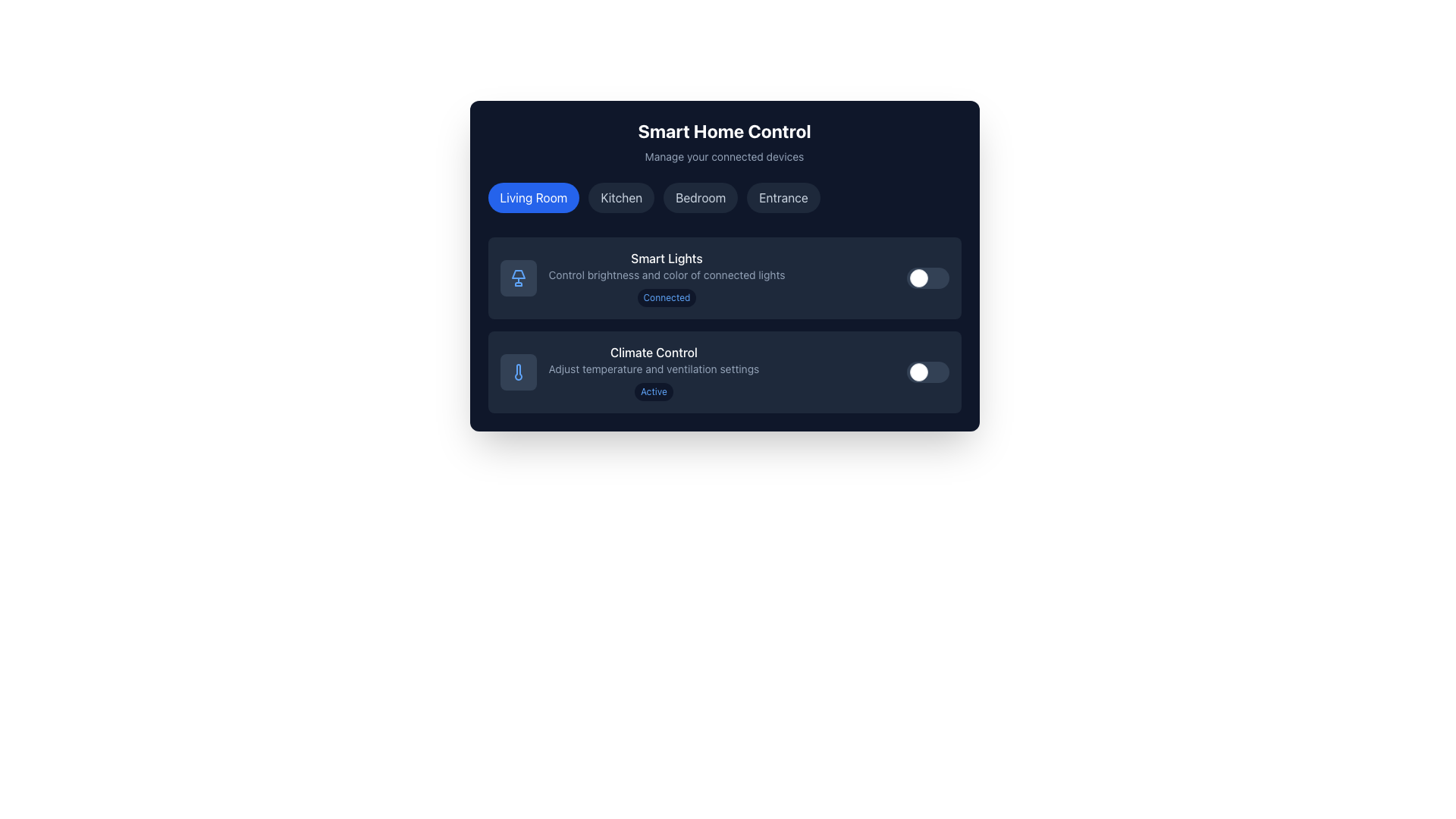 This screenshot has width=1456, height=819. Describe the element at coordinates (723, 157) in the screenshot. I see `the Text Label displaying 'Manage your connected devices.' which is located below the 'Smart Home Control' title heading in the dark blue background interface` at that location.